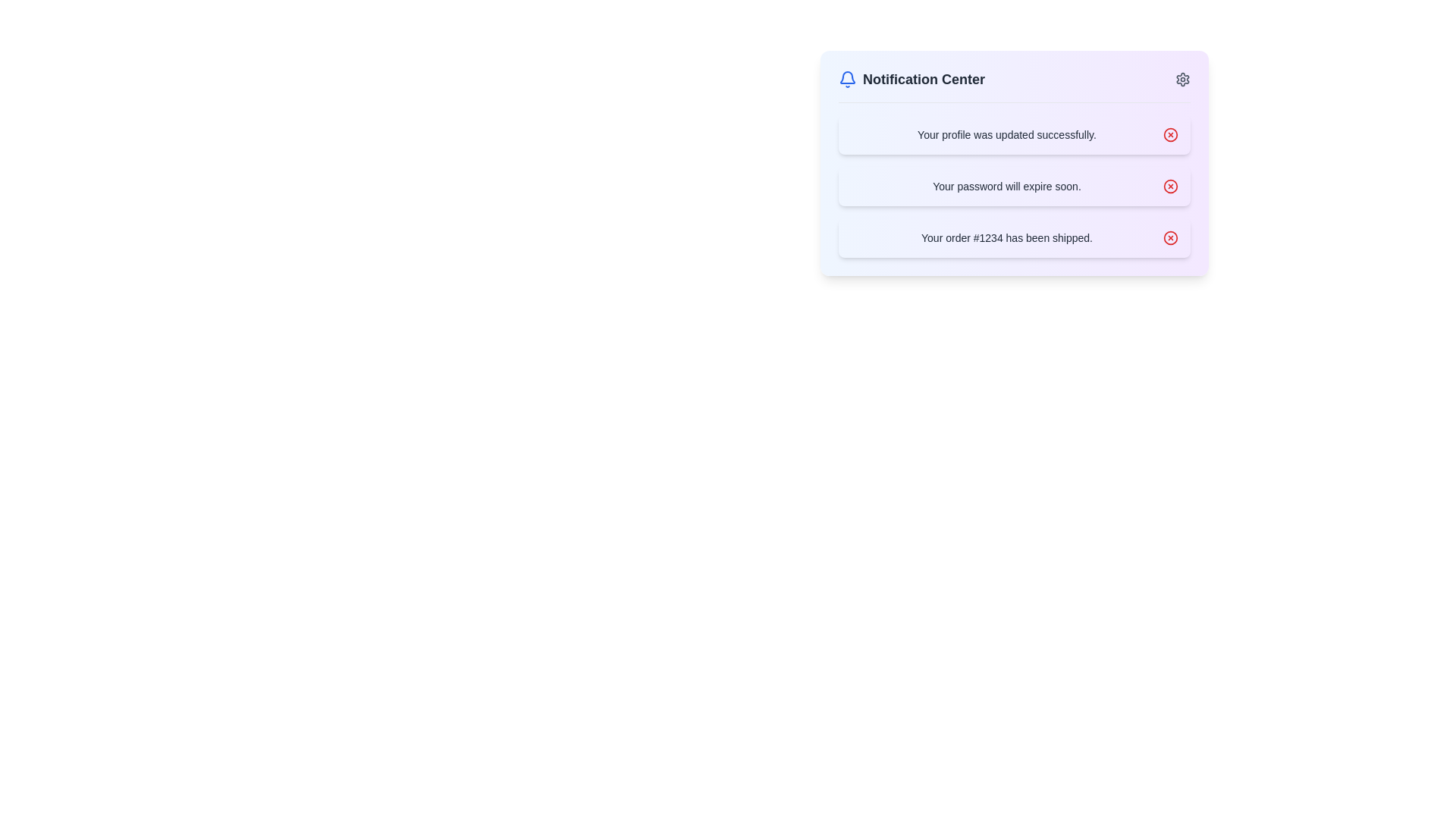  I want to click on the notification message that states 'Your password will expire soon.', so click(1015, 186).